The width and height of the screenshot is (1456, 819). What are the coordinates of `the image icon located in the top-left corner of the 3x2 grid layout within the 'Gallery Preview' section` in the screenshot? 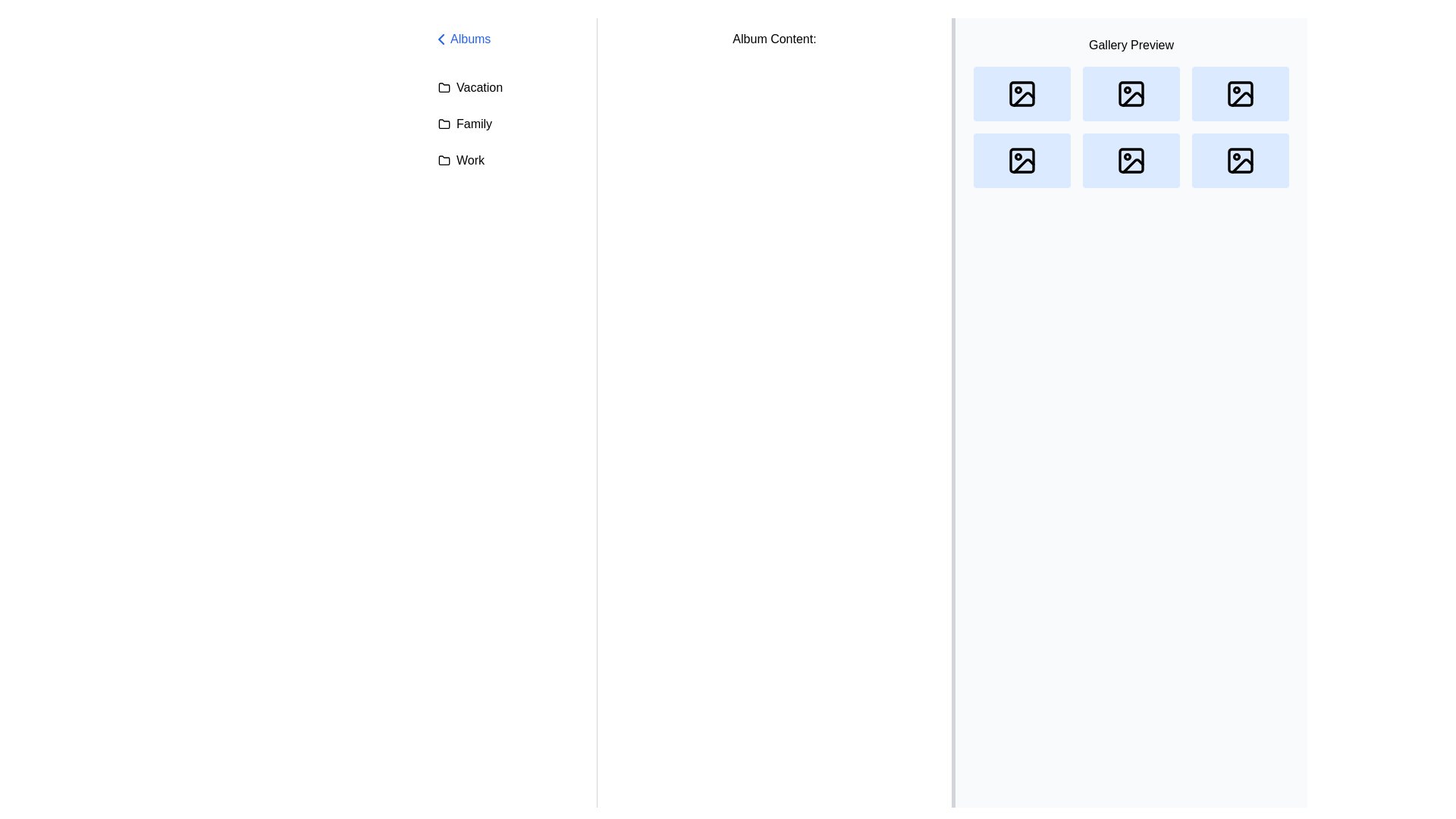 It's located at (1022, 93).